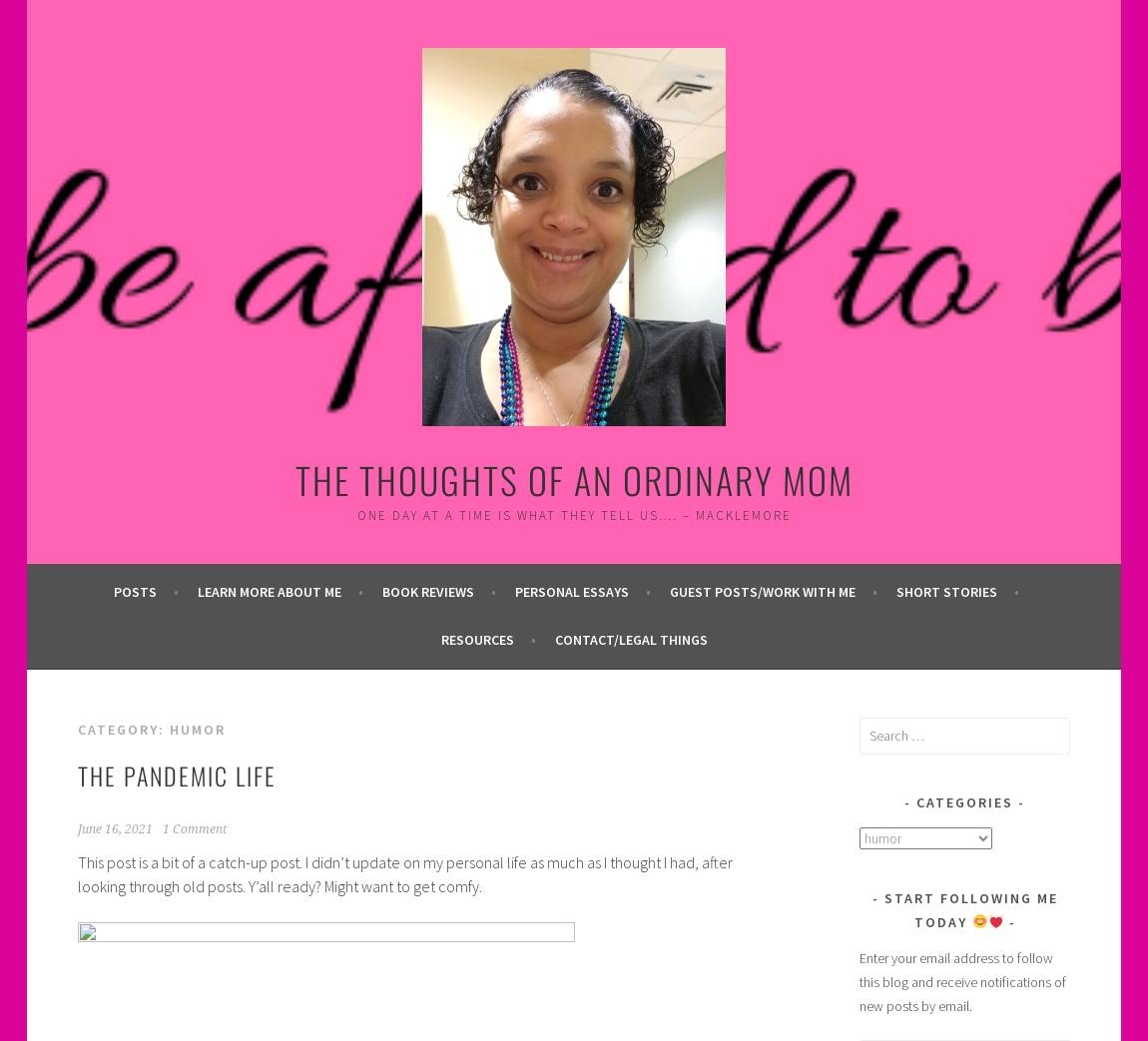  What do you see at coordinates (962, 981) in the screenshot?
I see `'Enter your email address to follow this blog and receive notifications of new posts by email.'` at bounding box center [962, 981].